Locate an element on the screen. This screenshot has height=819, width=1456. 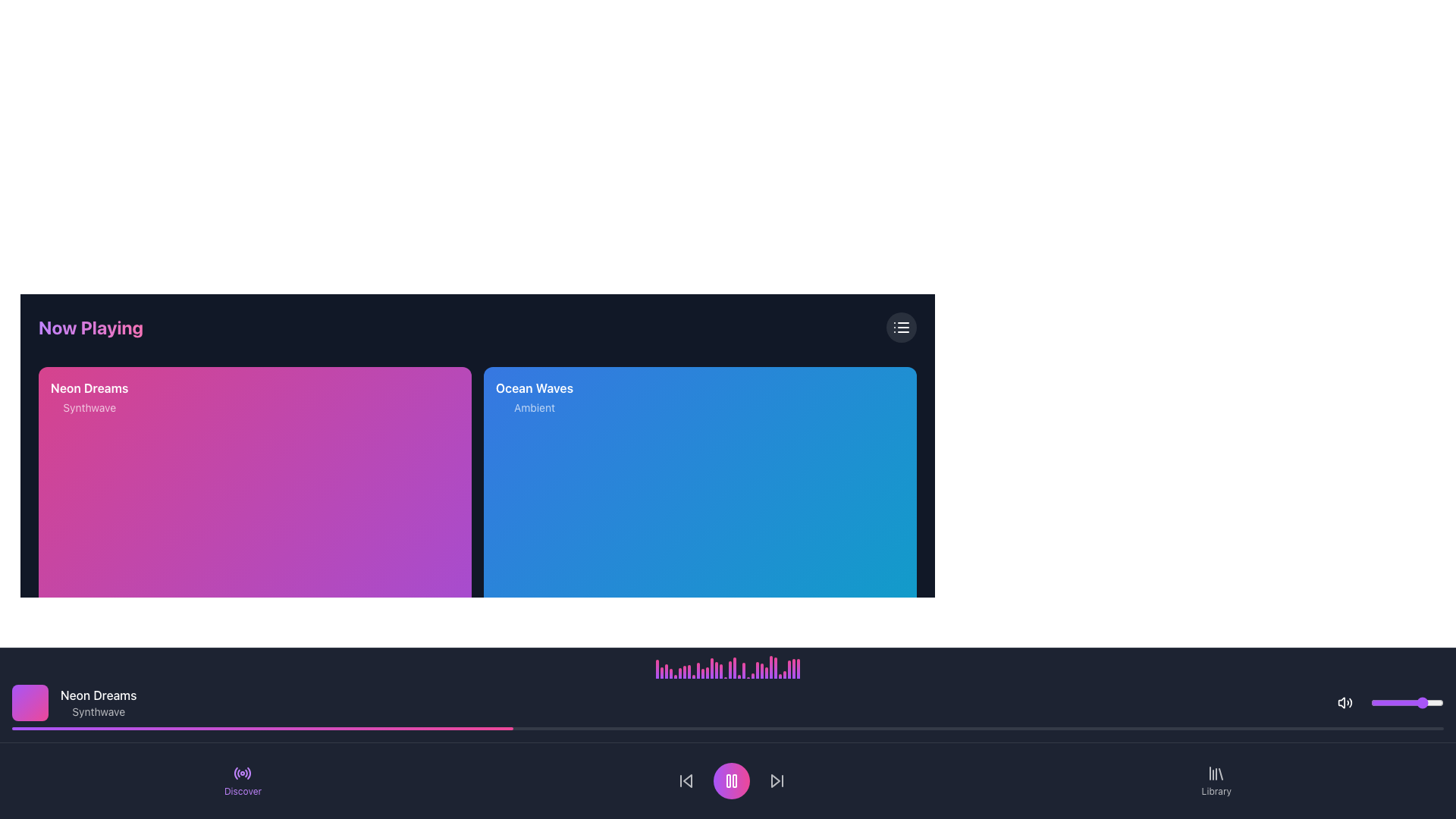
the interactive button with a heart-shaped icon located at the top-right of the 'Neon Dreams' card is located at coordinates (445, 397).